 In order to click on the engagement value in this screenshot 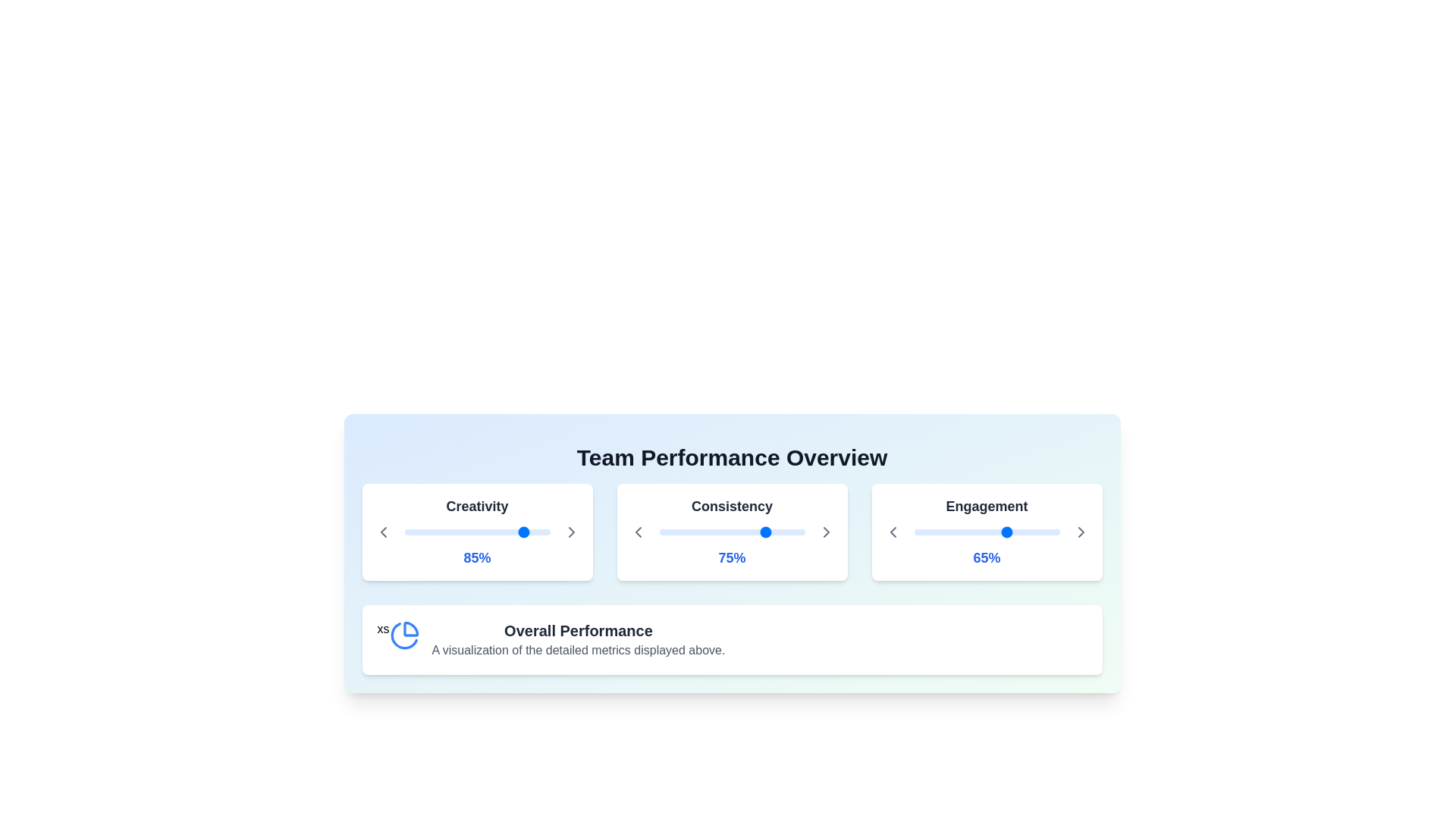, I will do `click(959, 532)`.